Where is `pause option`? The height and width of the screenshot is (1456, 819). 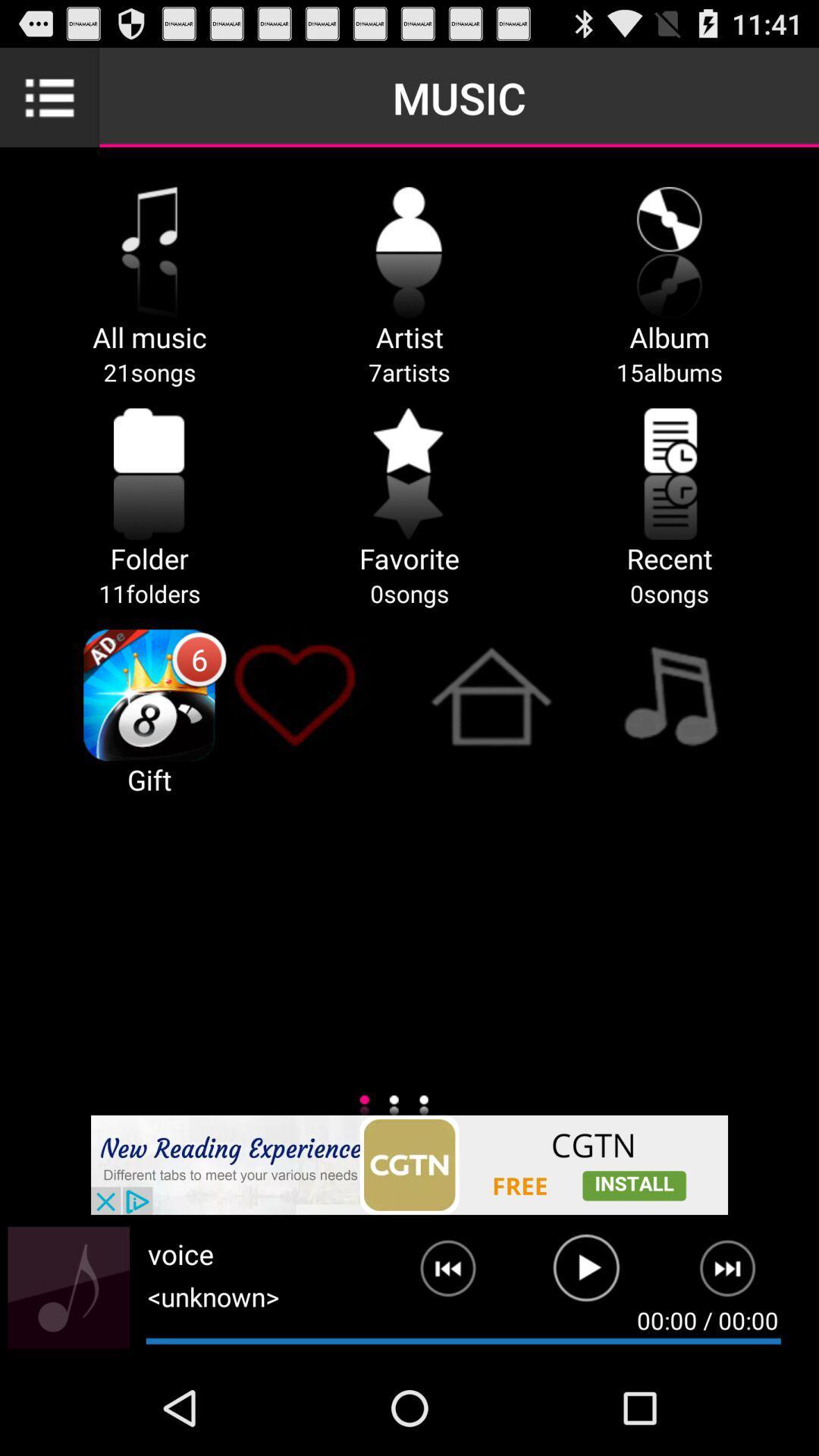 pause option is located at coordinates (585, 1274).